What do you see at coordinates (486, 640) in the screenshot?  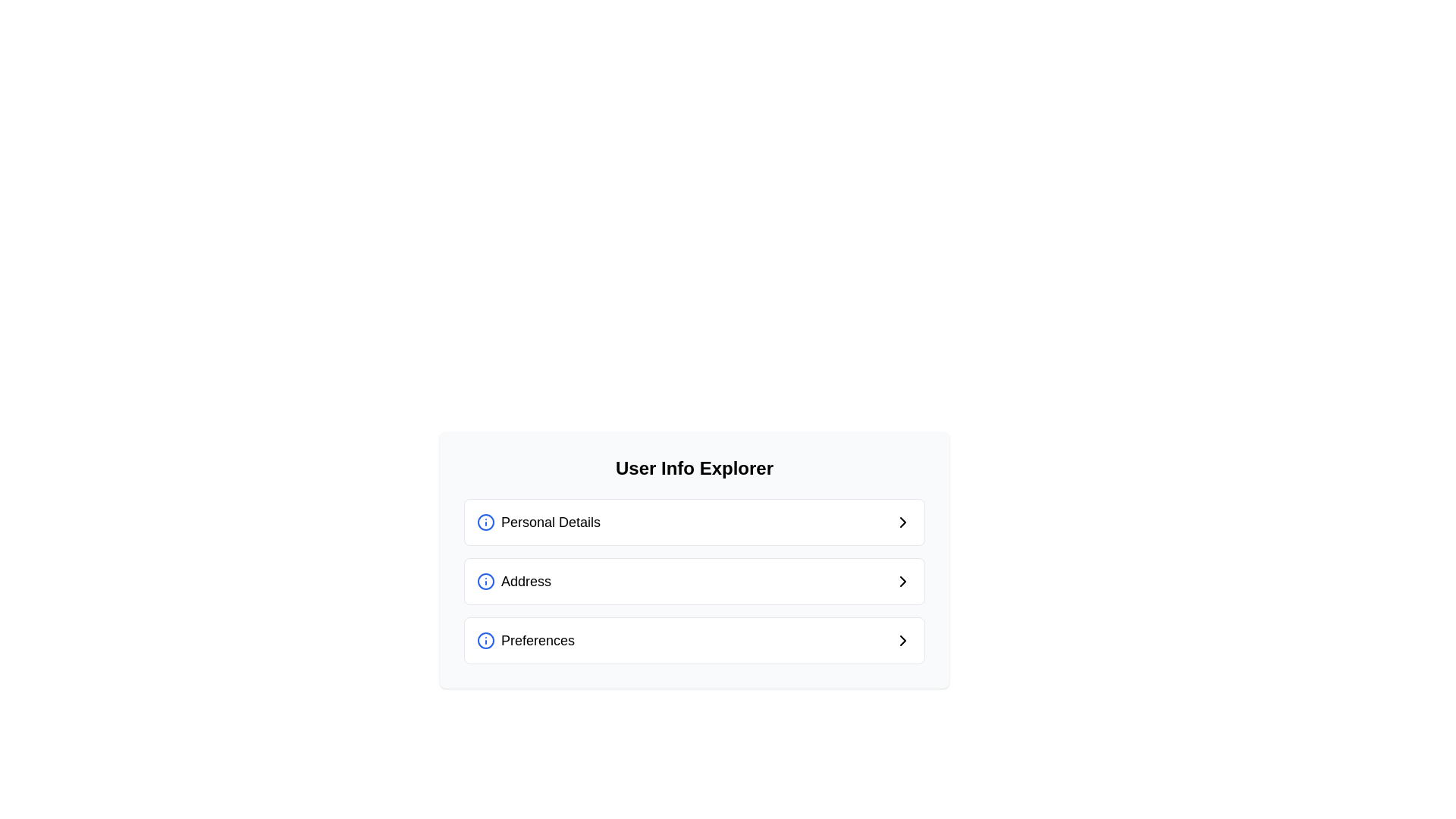 I see `the circular icon with a blue outline and exclamation mark, located in the third row next to the 'Preferences' label` at bounding box center [486, 640].